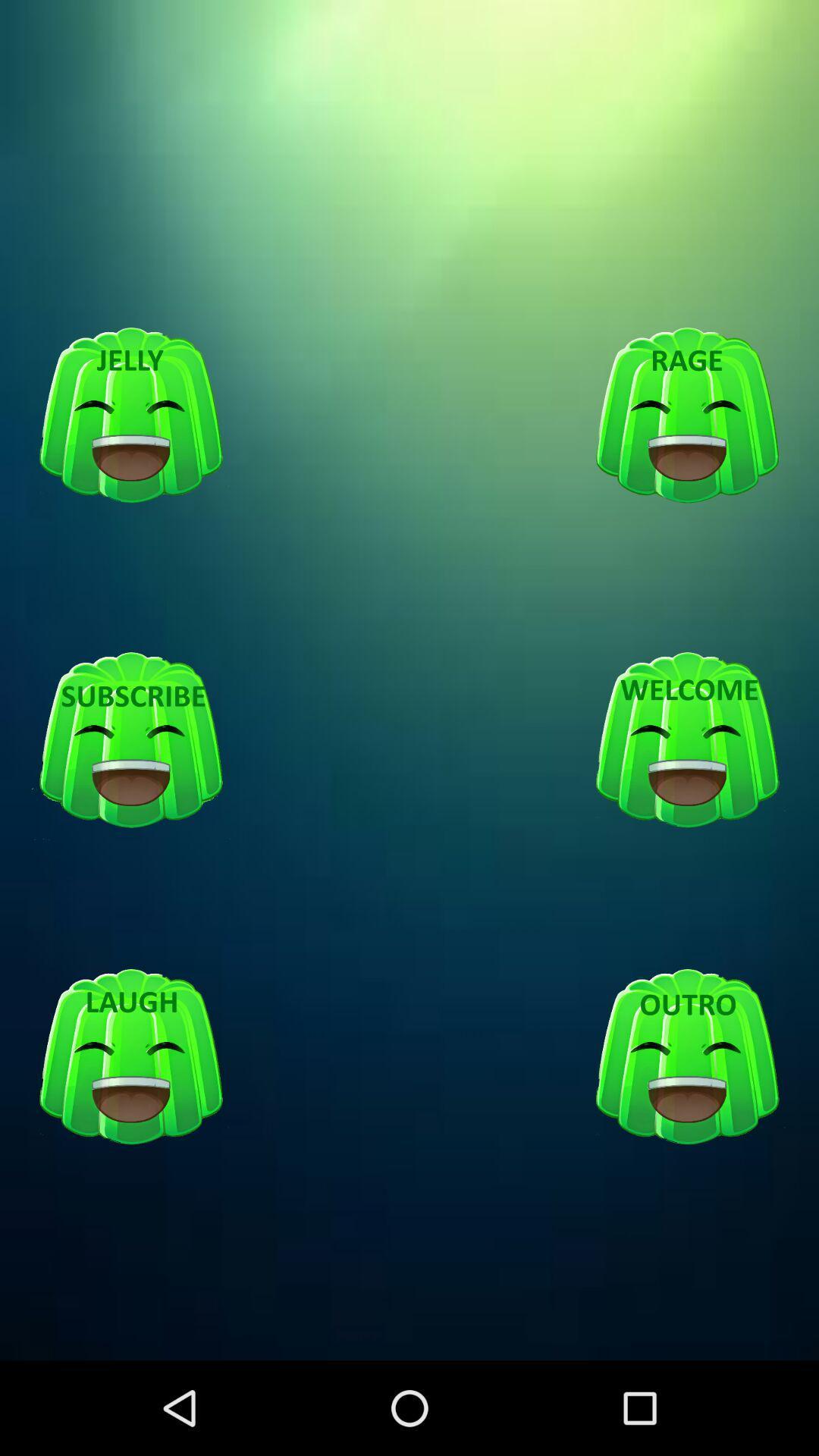 The height and width of the screenshot is (1456, 819). I want to click on subscribe button, so click(130, 741).